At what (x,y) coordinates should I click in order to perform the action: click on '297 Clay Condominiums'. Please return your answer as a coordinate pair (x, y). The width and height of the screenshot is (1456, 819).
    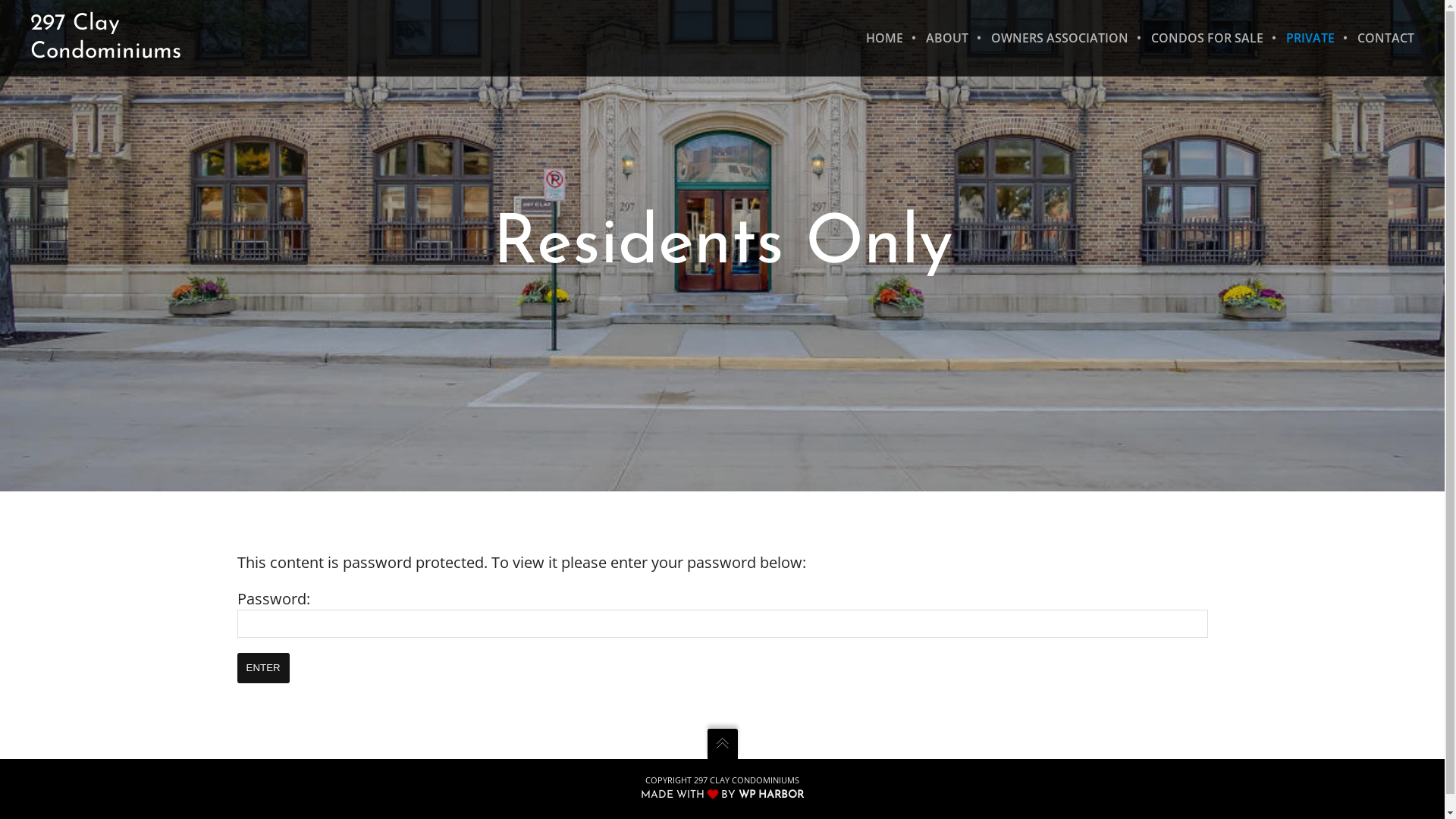
    Looking at the image, I should click on (30, 37).